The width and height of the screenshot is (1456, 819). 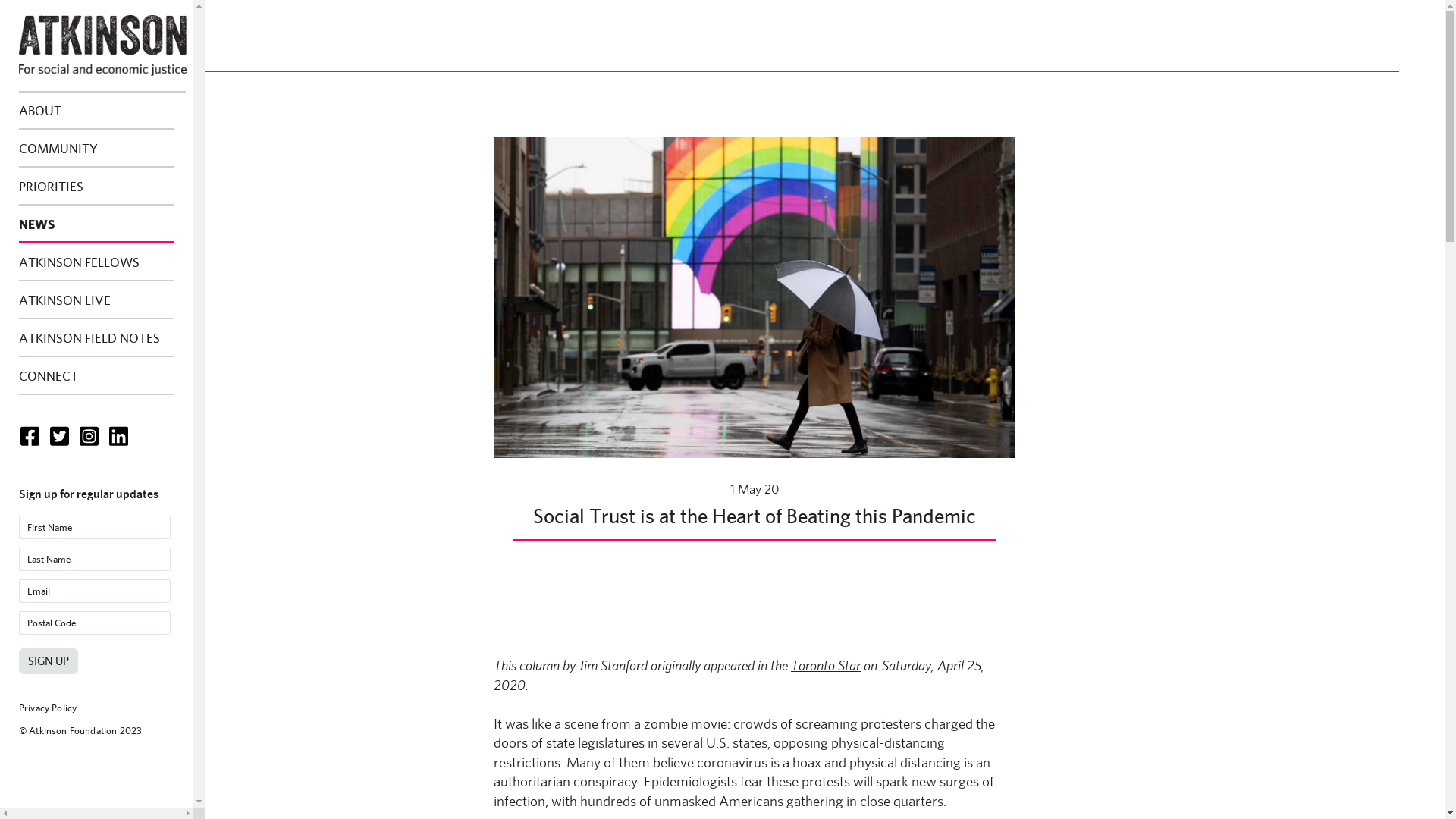 What do you see at coordinates (96, 186) in the screenshot?
I see `'PRIORITIES'` at bounding box center [96, 186].